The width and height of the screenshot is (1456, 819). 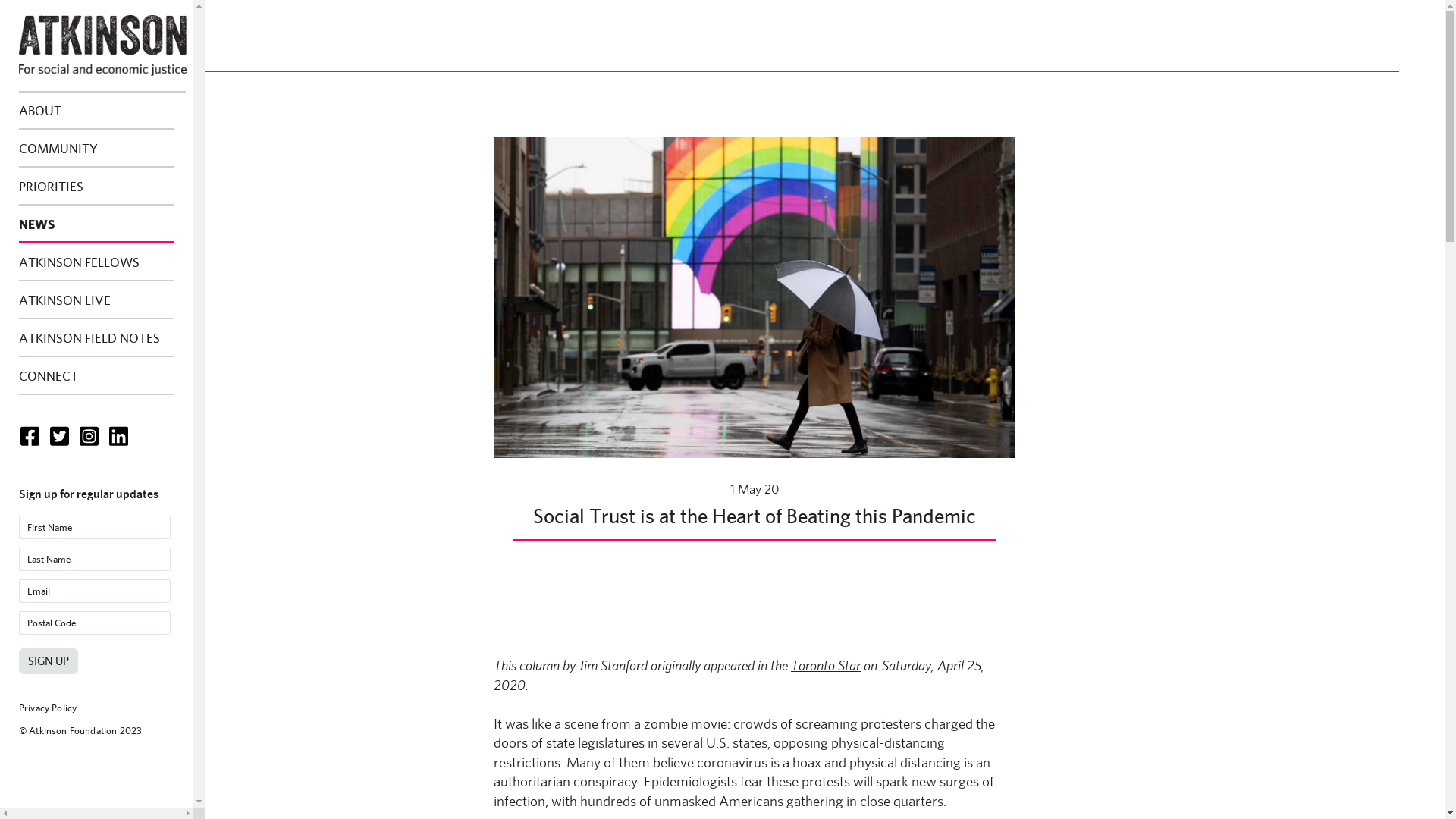 What do you see at coordinates (96, 186) in the screenshot?
I see `'PRIORITIES'` at bounding box center [96, 186].